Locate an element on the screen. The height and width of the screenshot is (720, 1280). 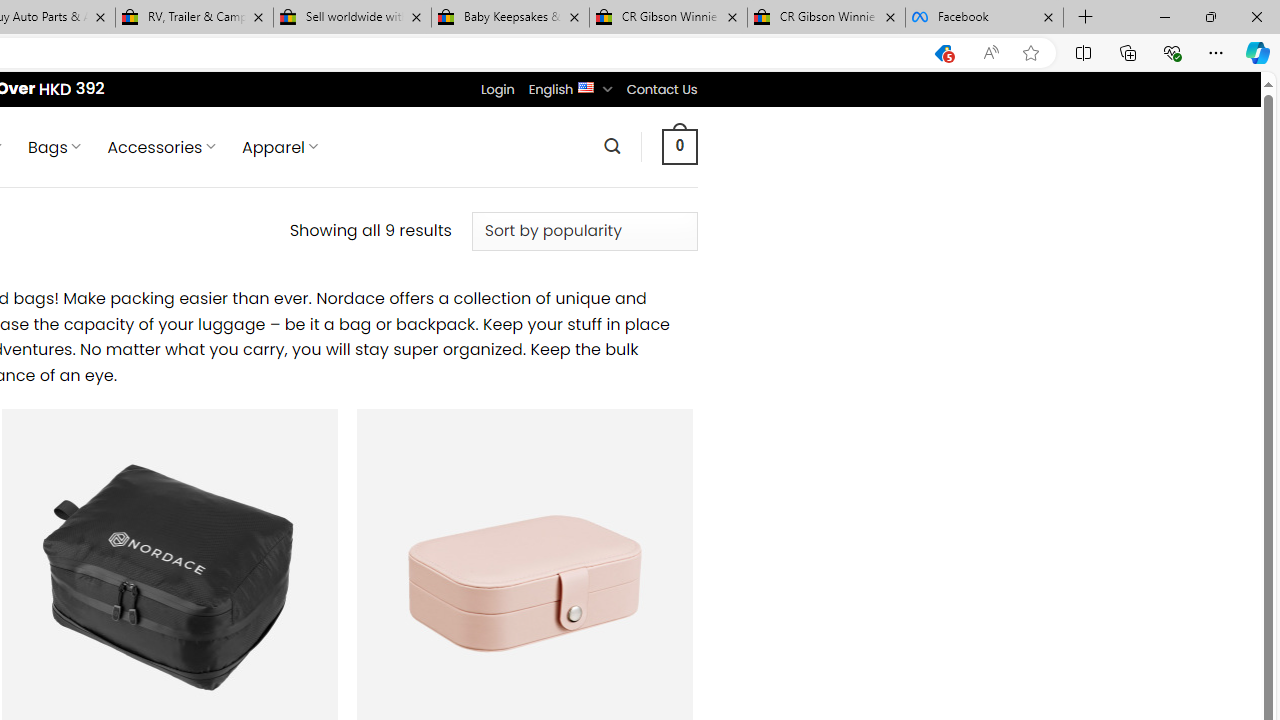
'Collections' is located at coordinates (1128, 51).